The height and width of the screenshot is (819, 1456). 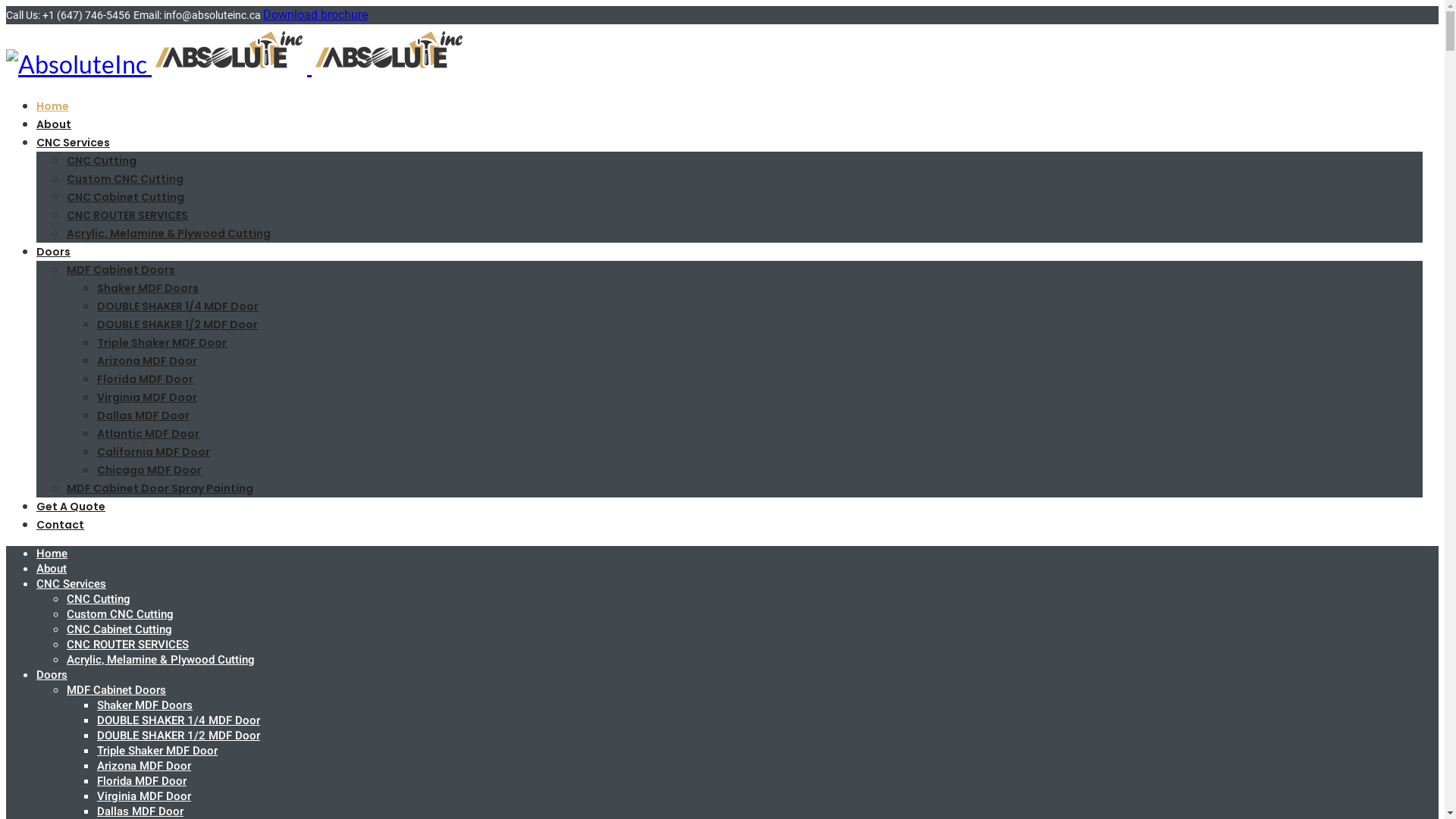 I want to click on 'Dallas MDF Door', so click(x=96, y=415).